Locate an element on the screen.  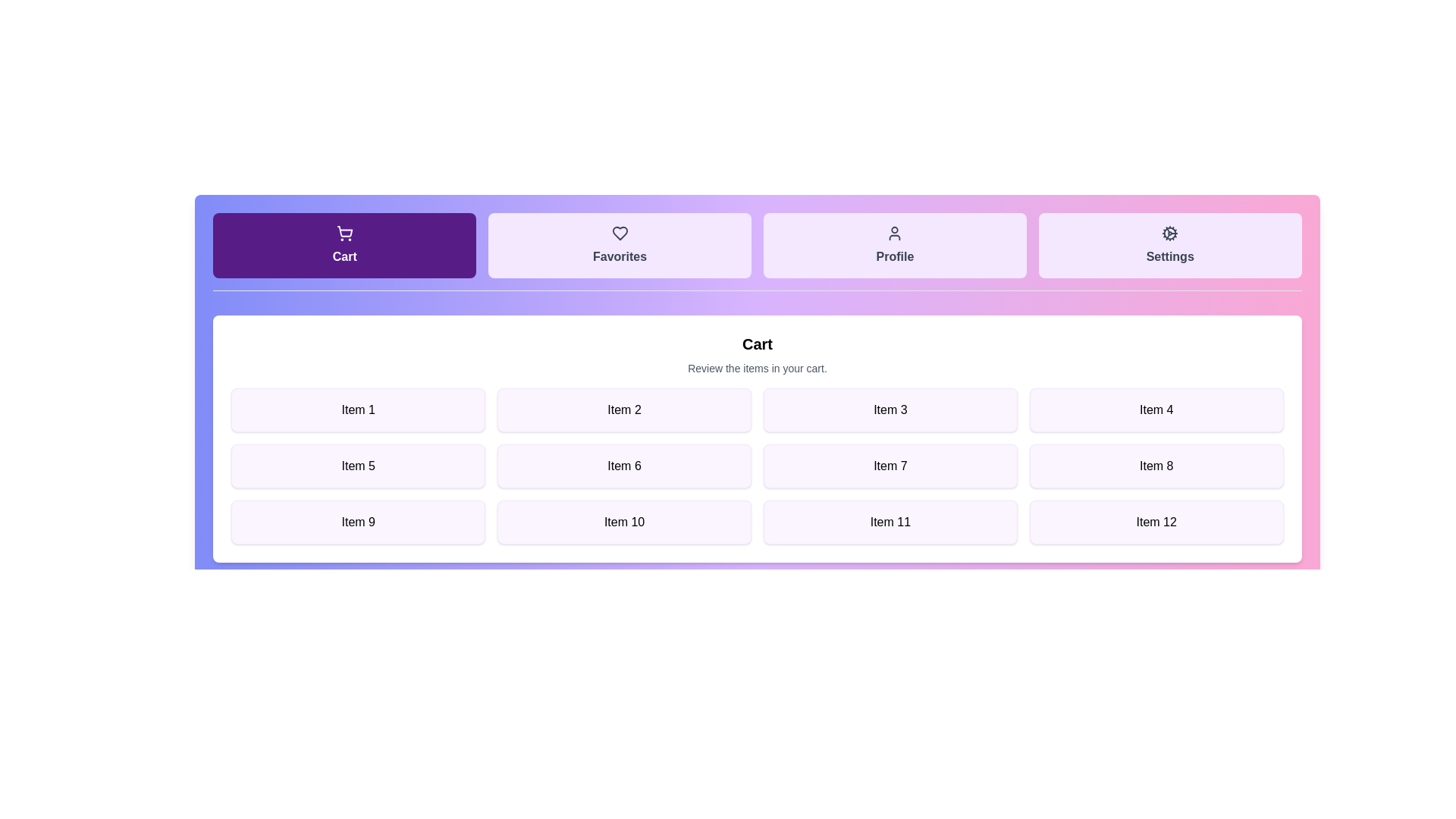
the tab labeled Favorites is located at coordinates (620, 245).